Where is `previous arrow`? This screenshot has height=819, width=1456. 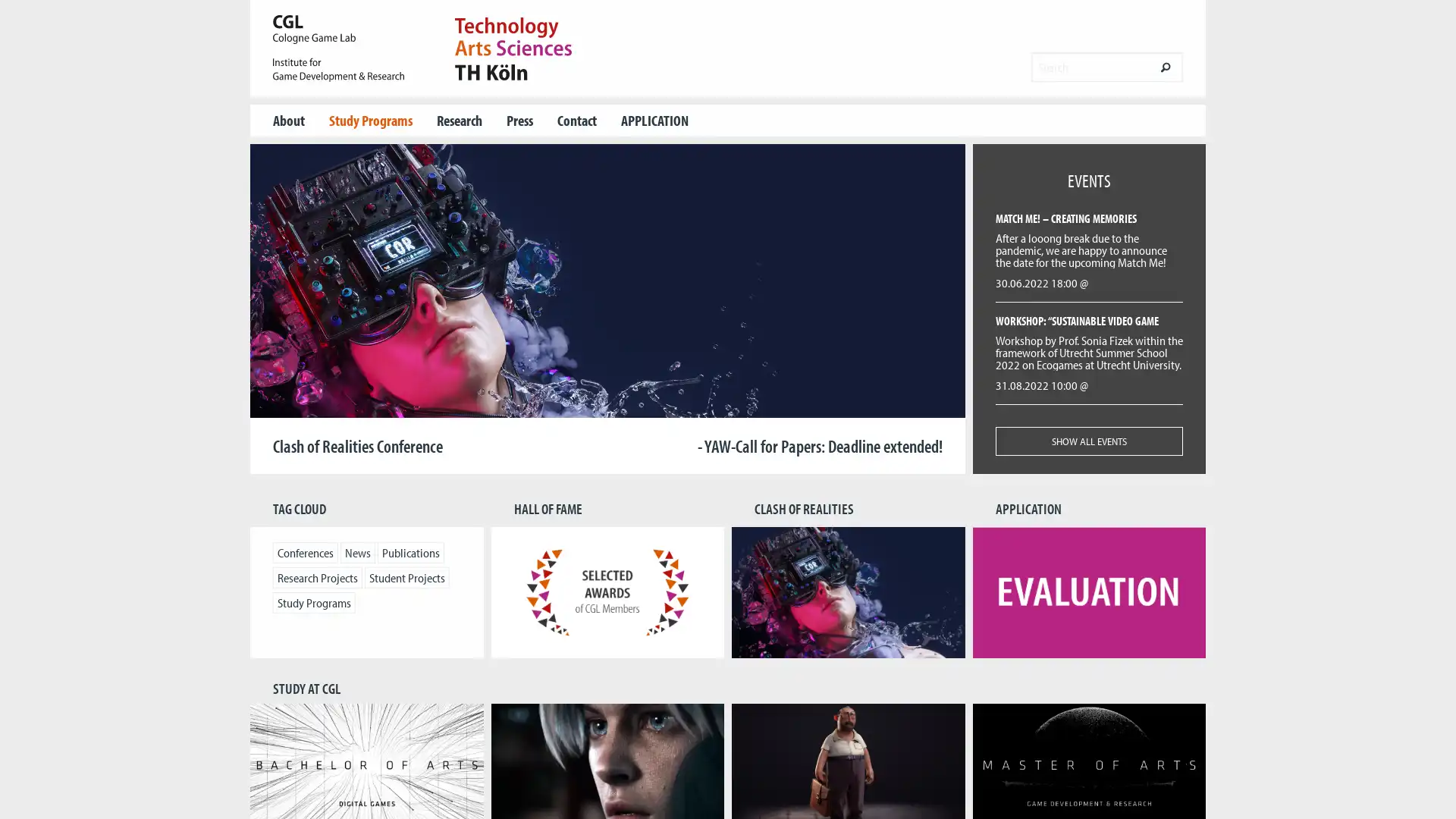 previous arrow is located at coordinates (288, 308).